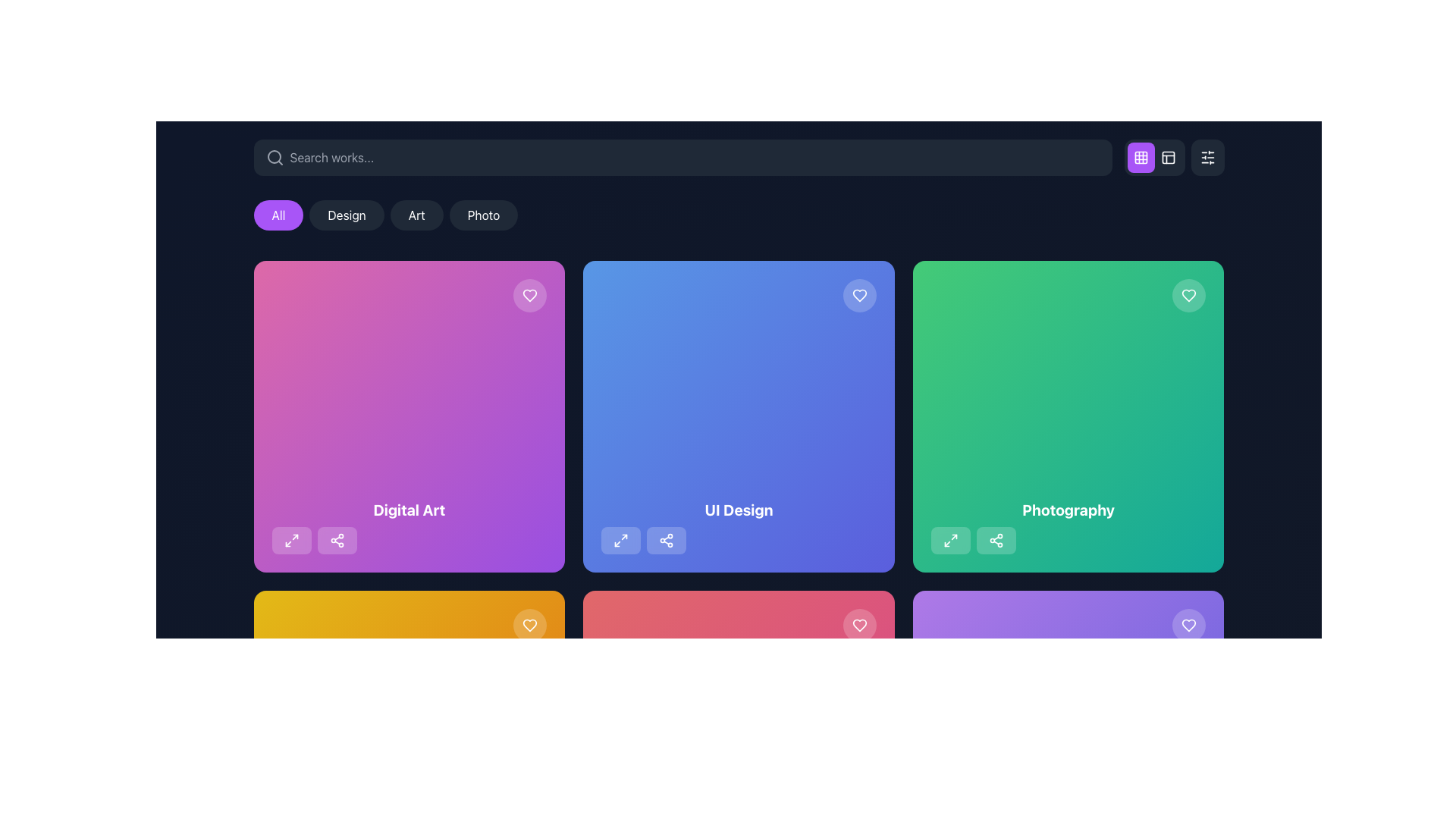  I want to click on the SVG circle graphic that represents the magnifying glass icon's search functionality, located at the top-left corner of the icon, so click(274, 157).